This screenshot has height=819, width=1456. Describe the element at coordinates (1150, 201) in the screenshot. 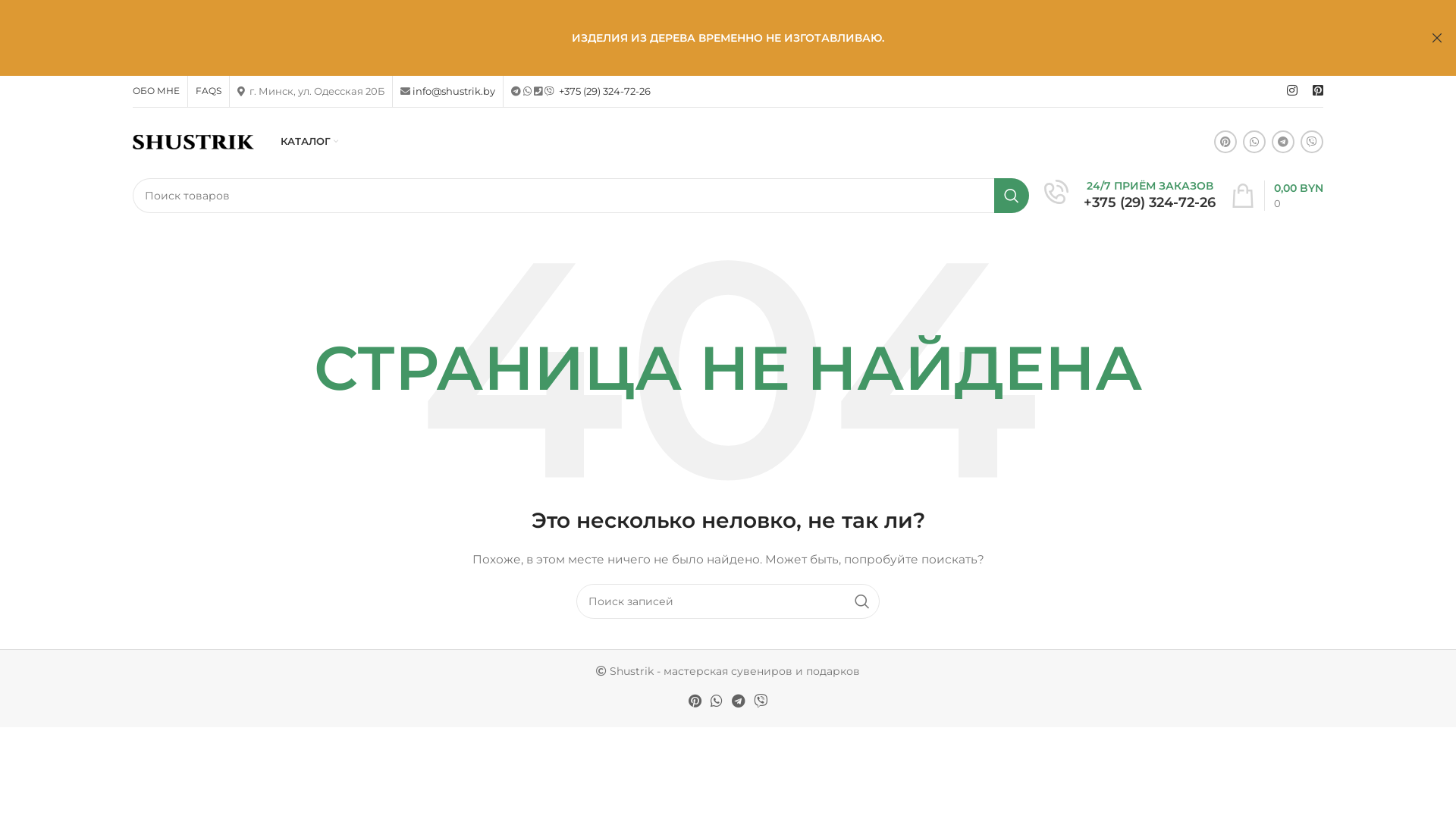

I see `'+375 (29) 324-72-26'` at that location.